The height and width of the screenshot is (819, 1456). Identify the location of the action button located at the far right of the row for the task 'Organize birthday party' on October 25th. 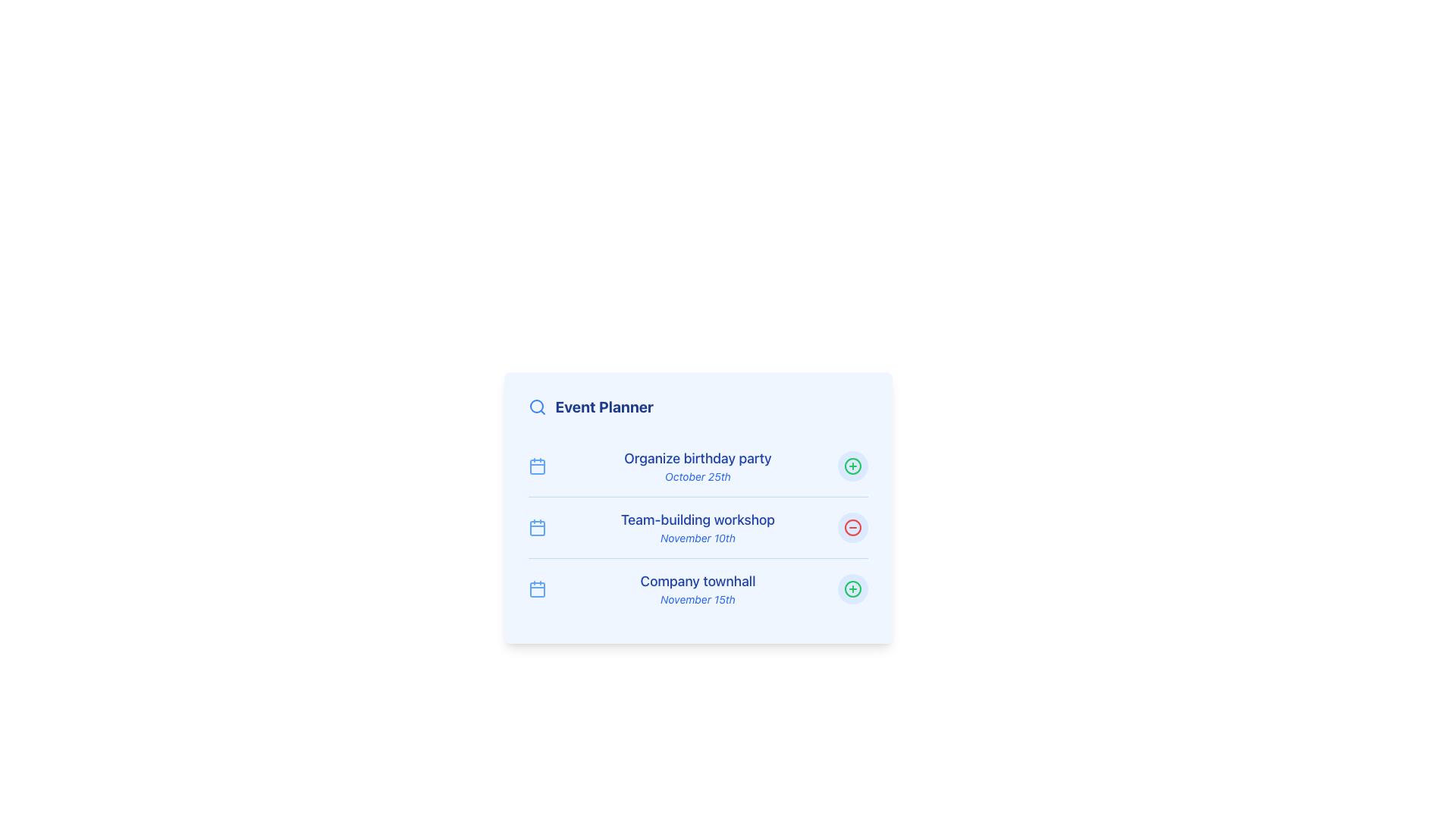
(852, 465).